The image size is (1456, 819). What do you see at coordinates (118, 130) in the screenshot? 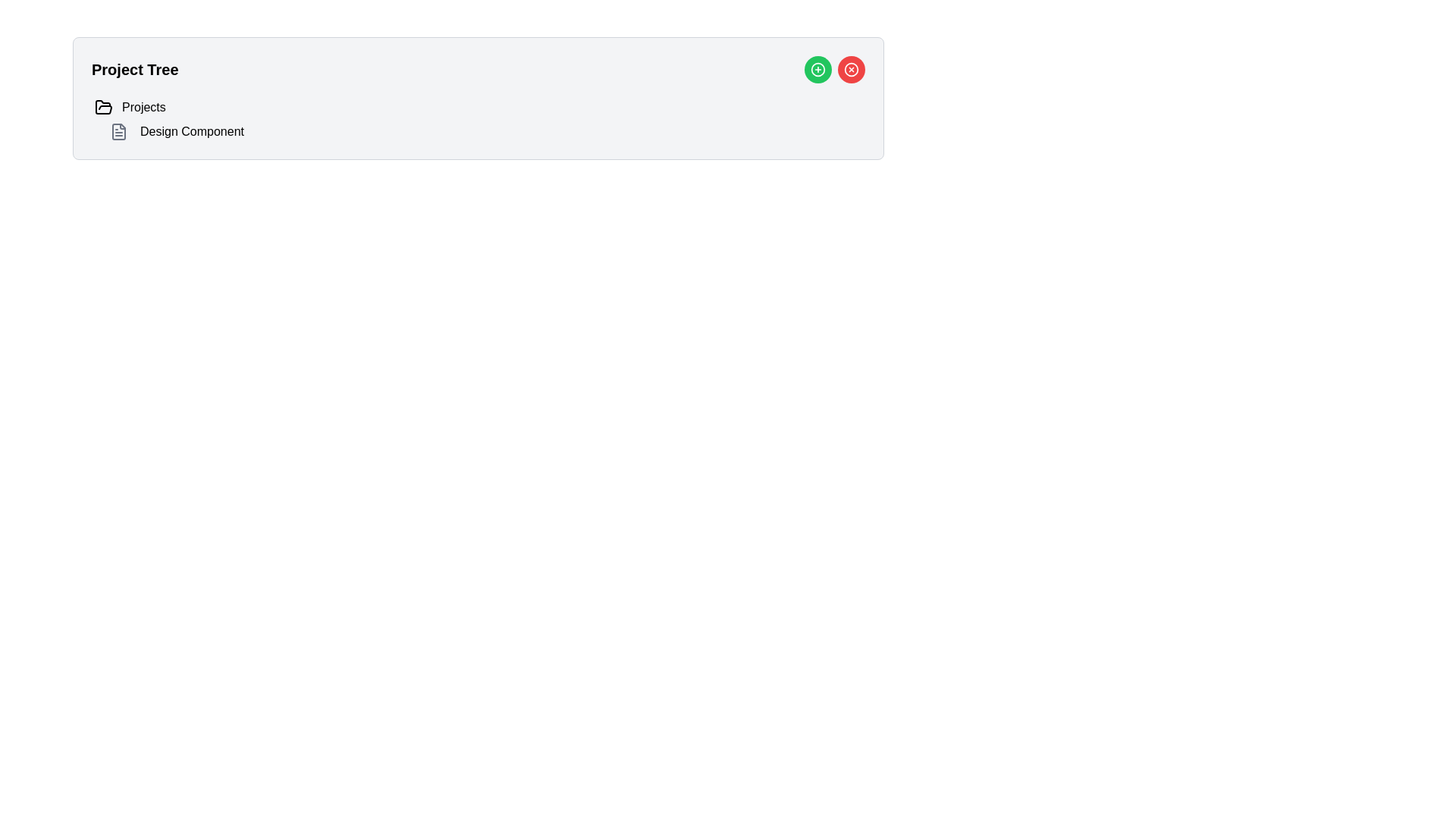
I see `the file/document icon associated with the 'Design Component' project for accessibility navigation` at bounding box center [118, 130].